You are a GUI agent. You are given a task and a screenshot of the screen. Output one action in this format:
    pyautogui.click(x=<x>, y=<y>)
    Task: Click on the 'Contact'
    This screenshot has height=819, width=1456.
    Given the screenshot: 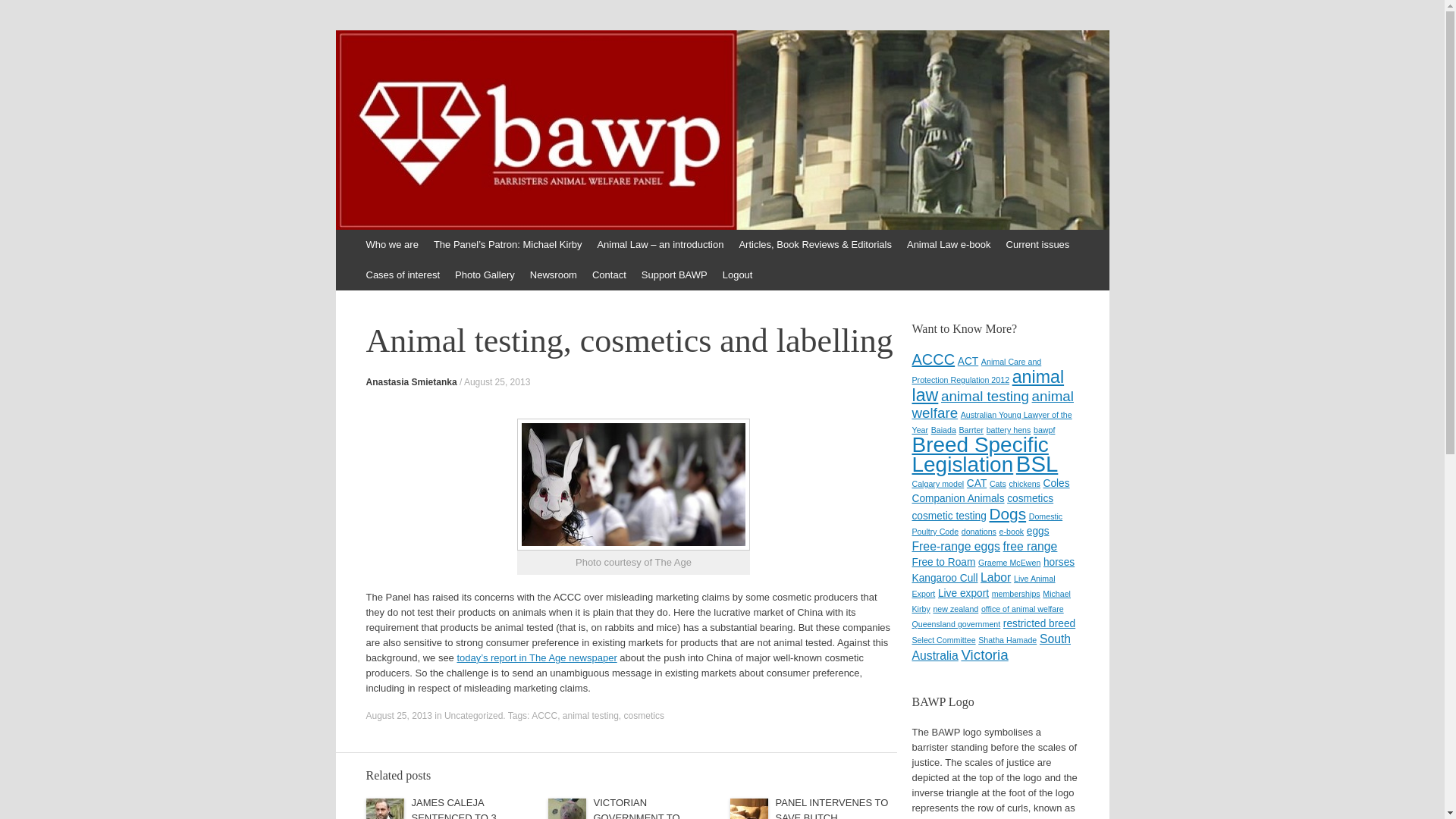 What is the action you would take?
    pyautogui.click(x=609, y=275)
    